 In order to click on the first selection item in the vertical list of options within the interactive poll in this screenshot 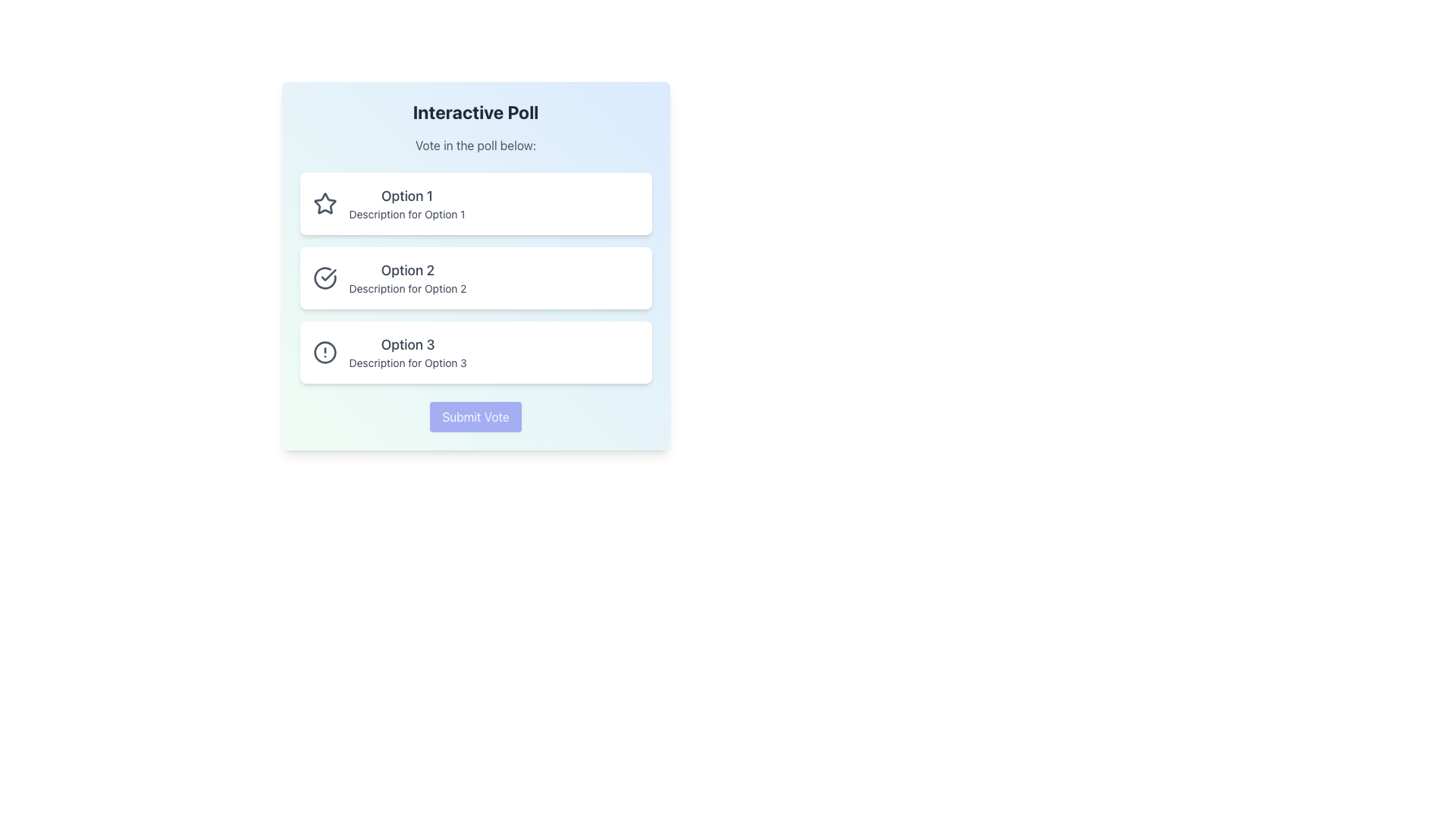, I will do `click(475, 203)`.